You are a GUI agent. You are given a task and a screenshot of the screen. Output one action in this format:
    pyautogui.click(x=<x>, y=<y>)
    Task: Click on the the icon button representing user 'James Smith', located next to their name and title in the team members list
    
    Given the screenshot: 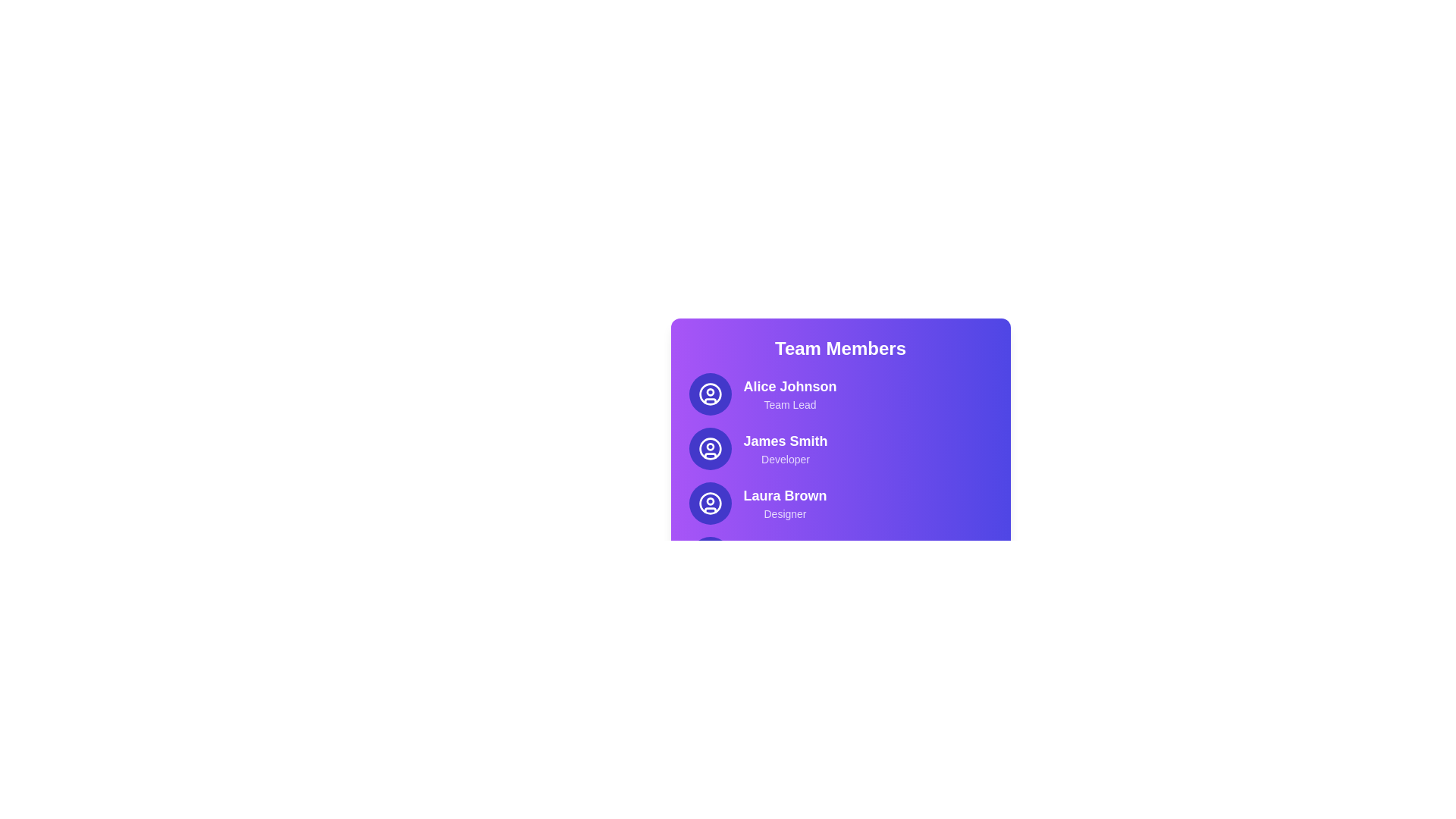 What is the action you would take?
    pyautogui.click(x=709, y=447)
    